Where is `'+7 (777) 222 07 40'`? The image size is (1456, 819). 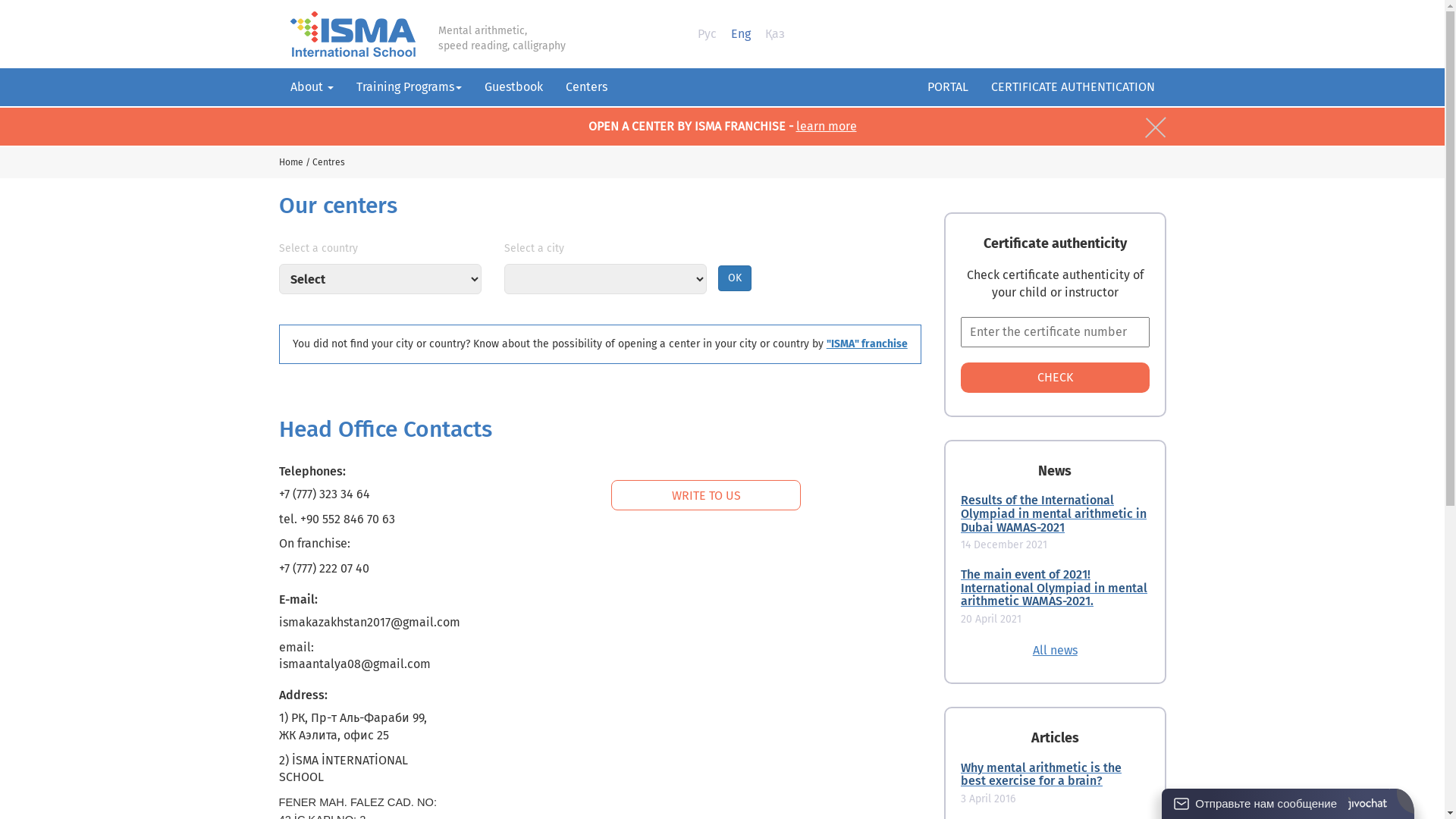
'+7 (777) 222 07 40' is located at coordinates (279, 568).